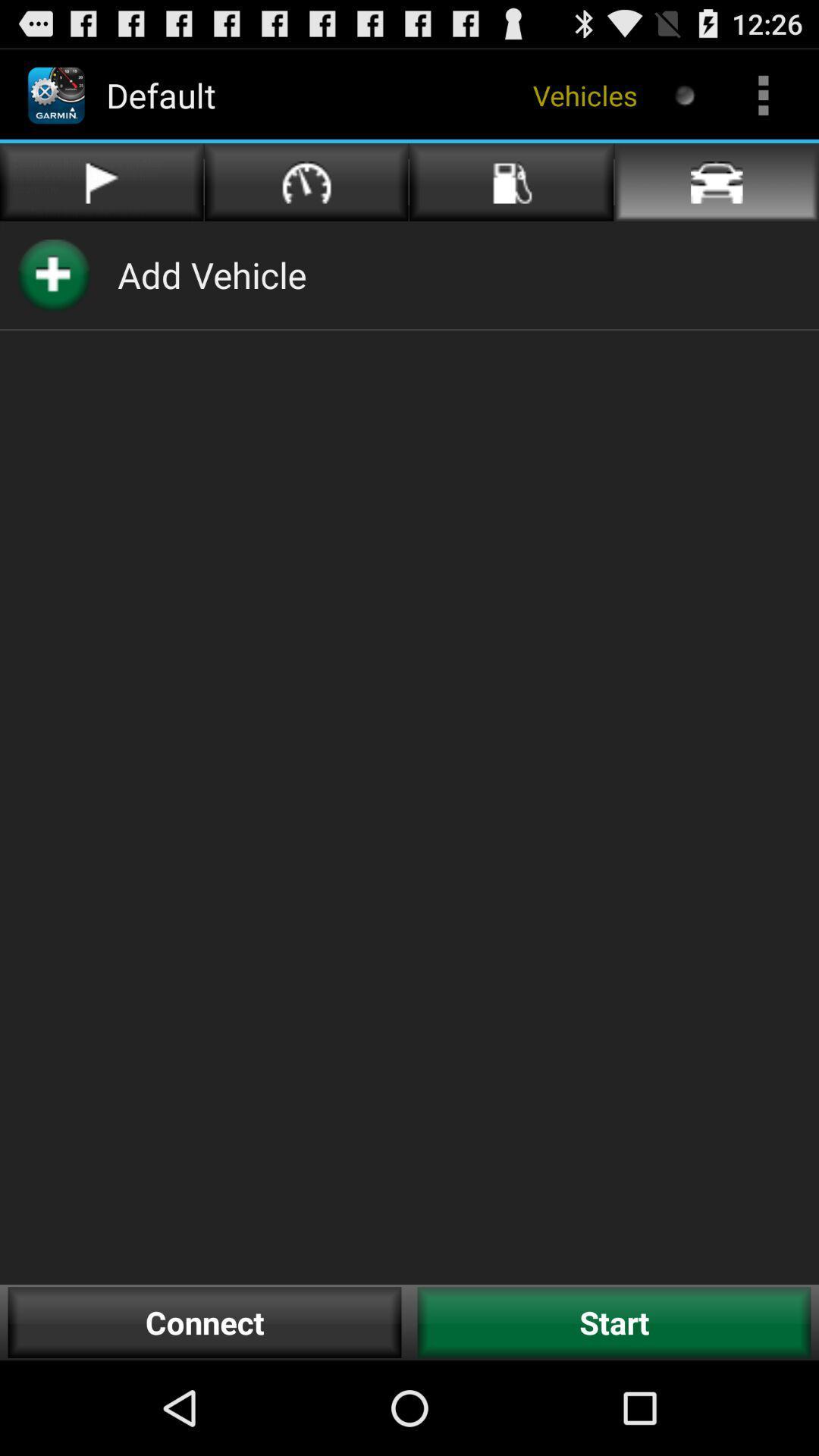 This screenshot has height=1456, width=819. I want to click on the start at the bottom right corner, so click(614, 1322).